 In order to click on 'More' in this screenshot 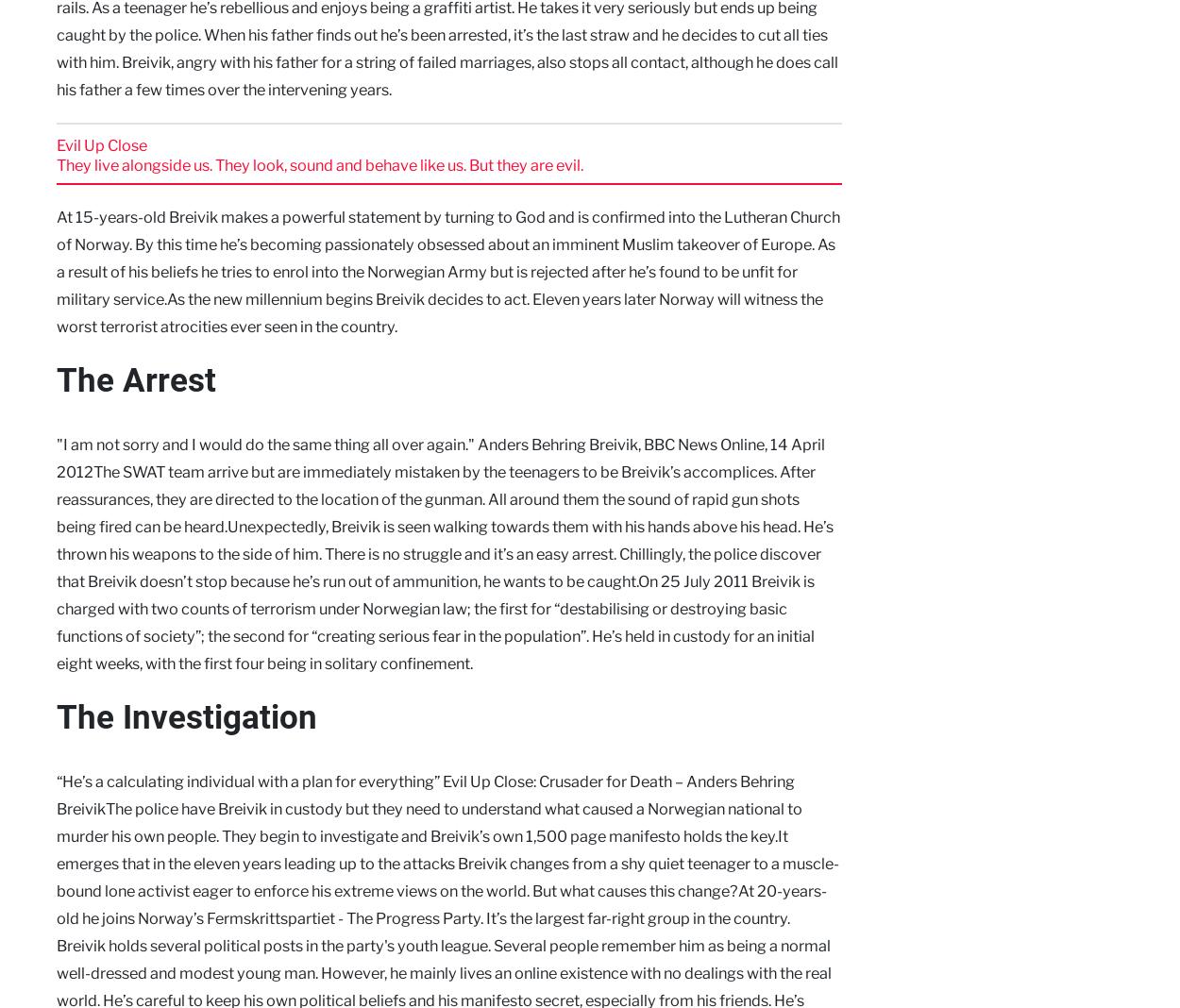, I will do `click(401, 518)`.